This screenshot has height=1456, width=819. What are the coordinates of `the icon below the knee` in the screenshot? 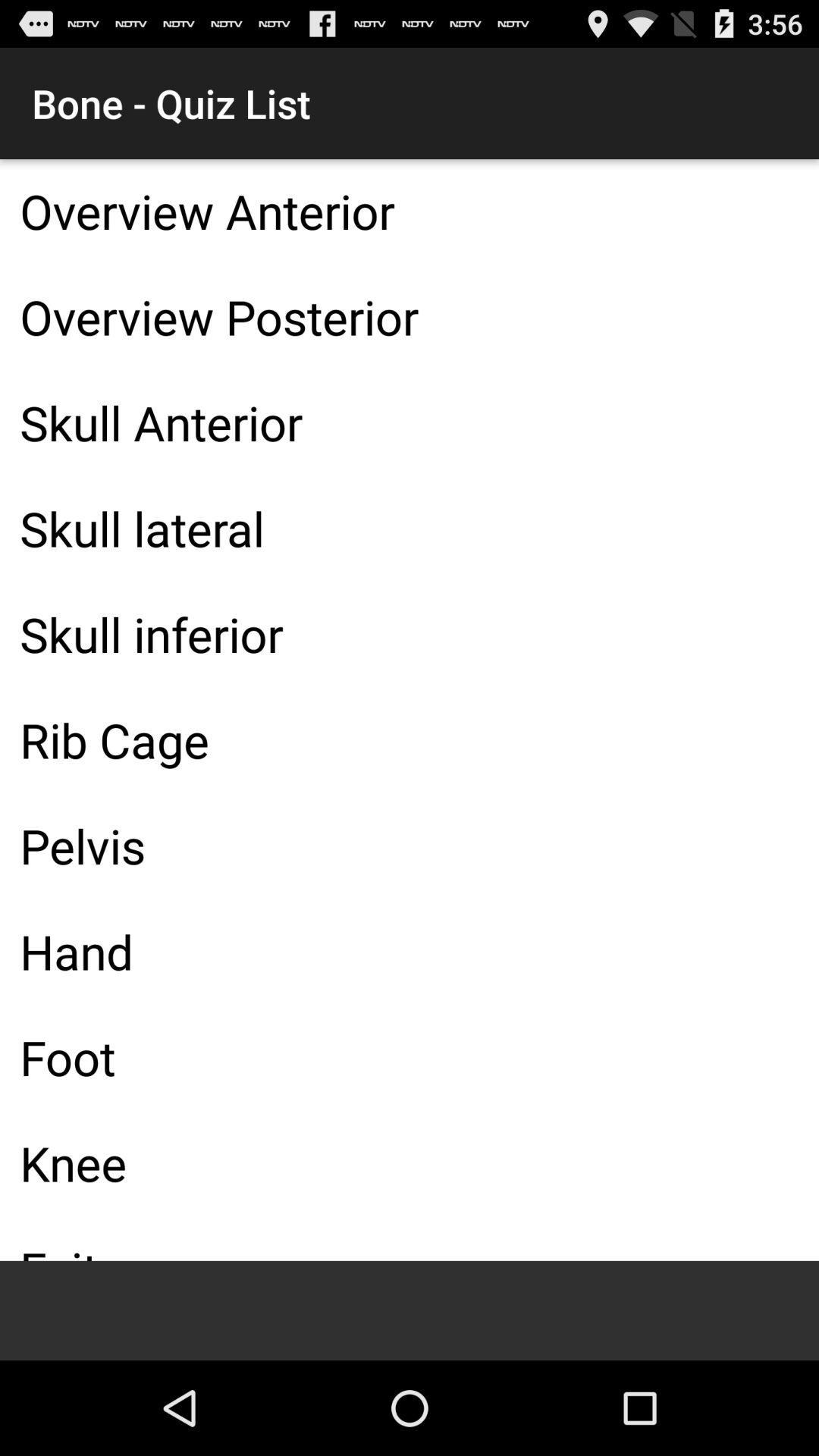 It's located at (409, 1238).